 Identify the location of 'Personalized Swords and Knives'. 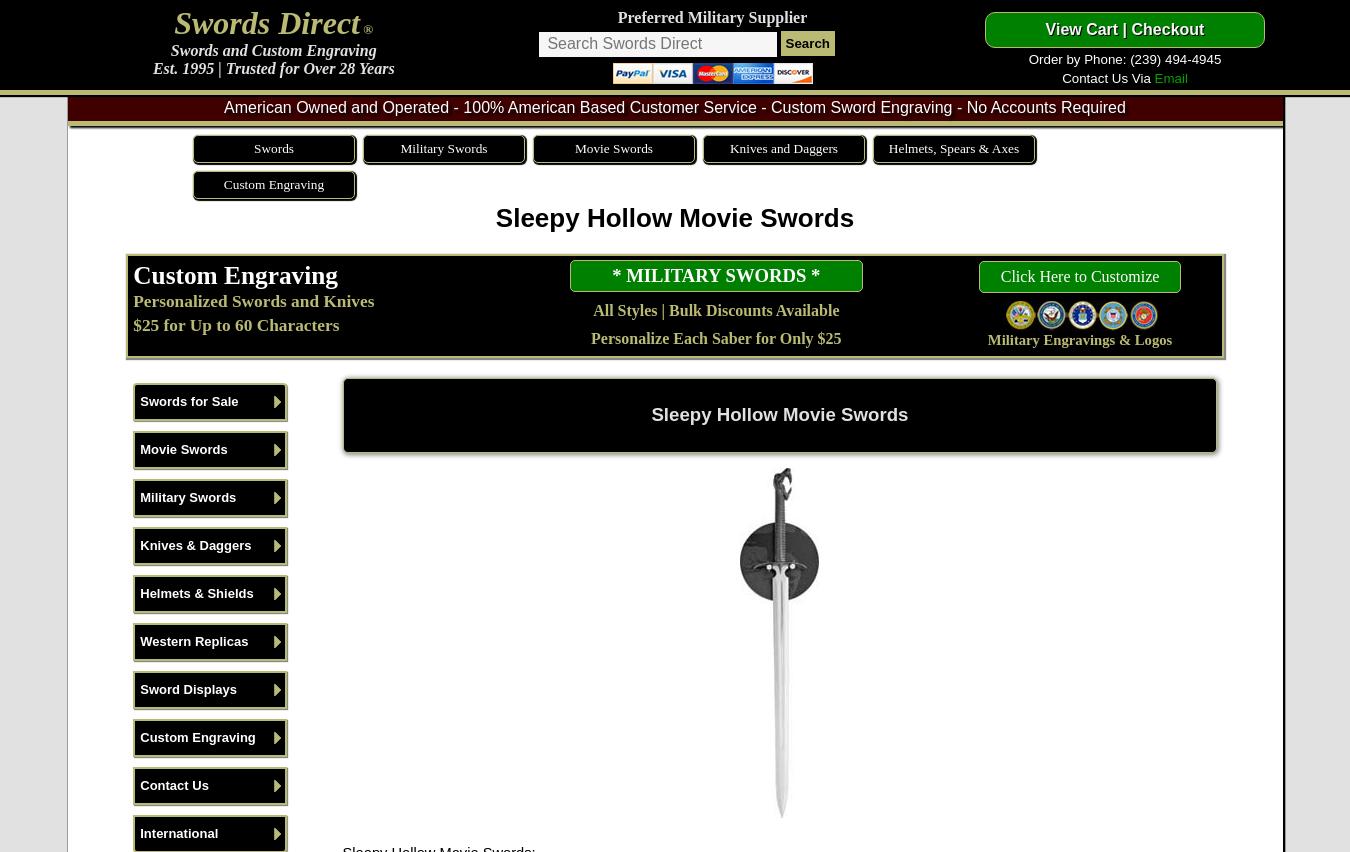
(252, 300).